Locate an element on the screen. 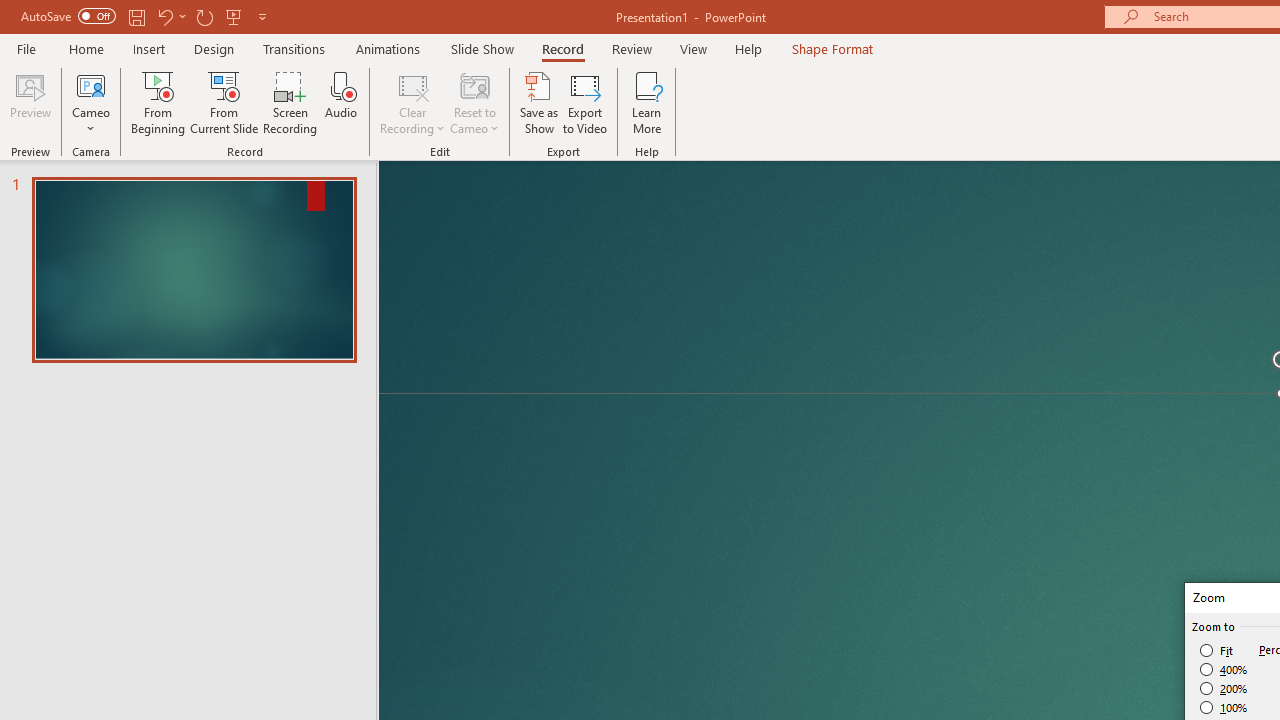 This screenshot has height=720, width=1280. 'From Beginning...' is located at coordinates (157, 103).